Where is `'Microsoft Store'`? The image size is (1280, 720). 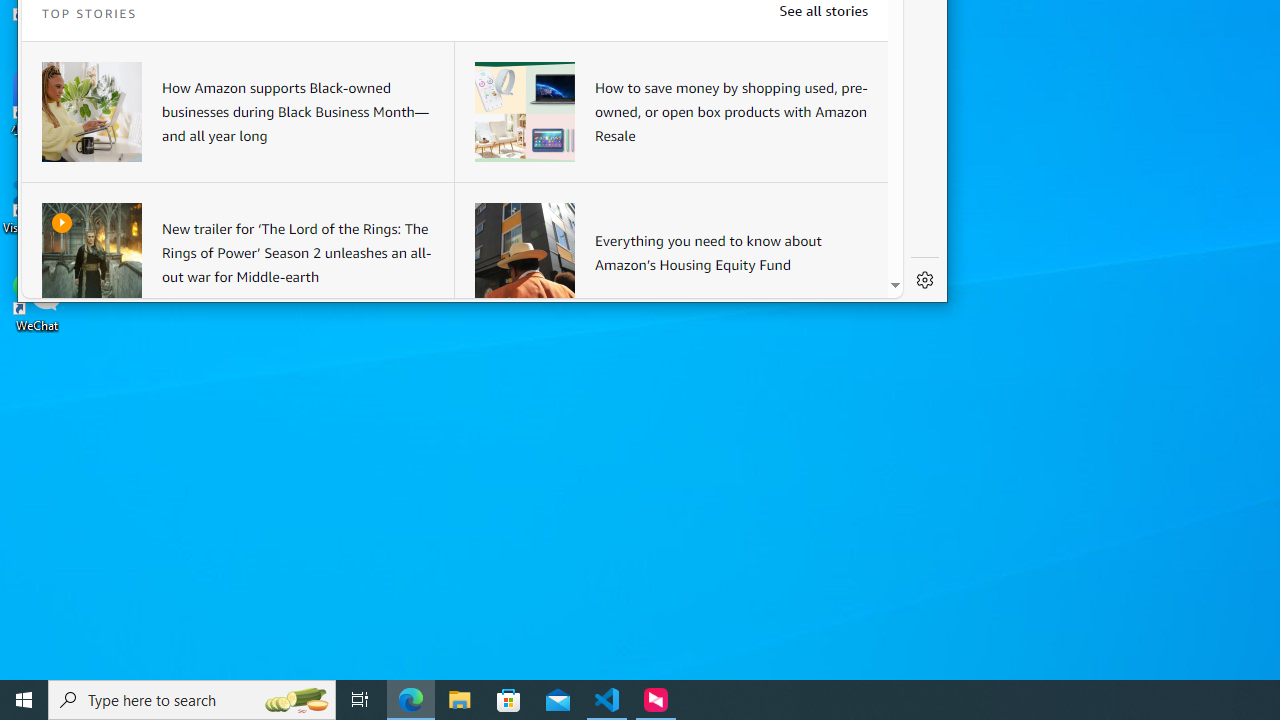
'Microsoft Store' is located at coordinates (509, 698).